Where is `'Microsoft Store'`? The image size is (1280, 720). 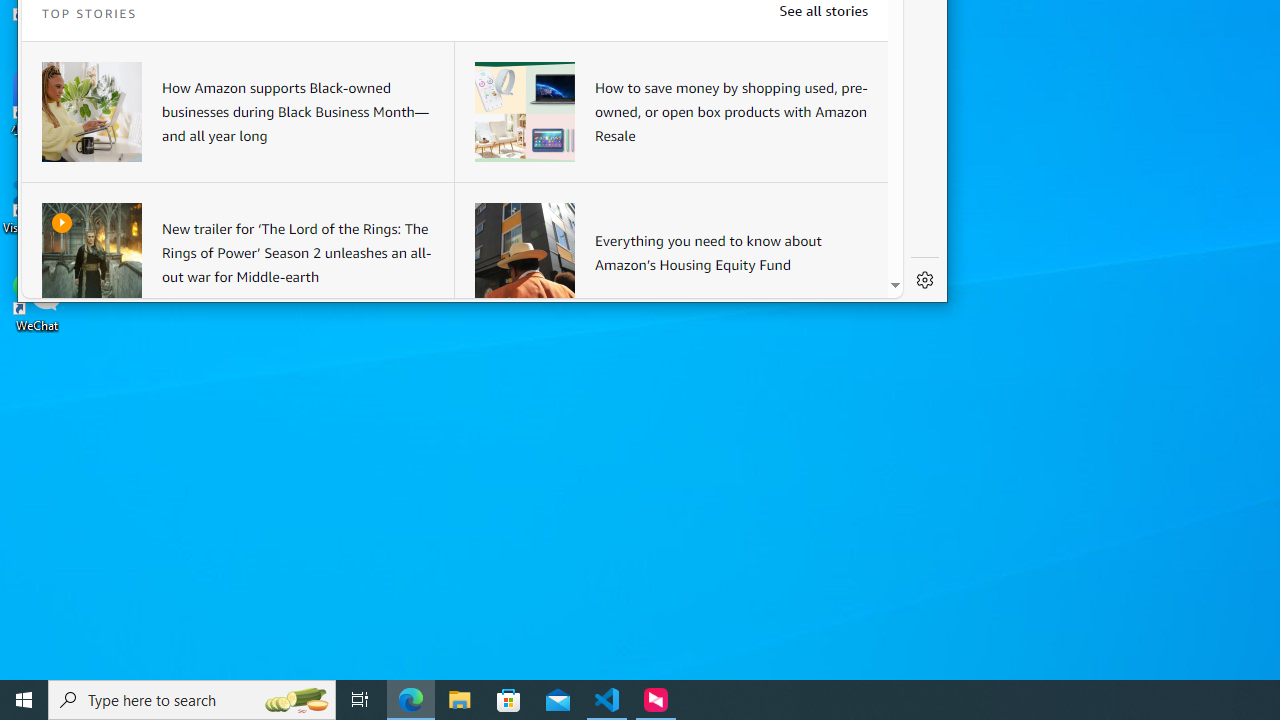
'Microsoft Store' is located at coordinates (509, 698).